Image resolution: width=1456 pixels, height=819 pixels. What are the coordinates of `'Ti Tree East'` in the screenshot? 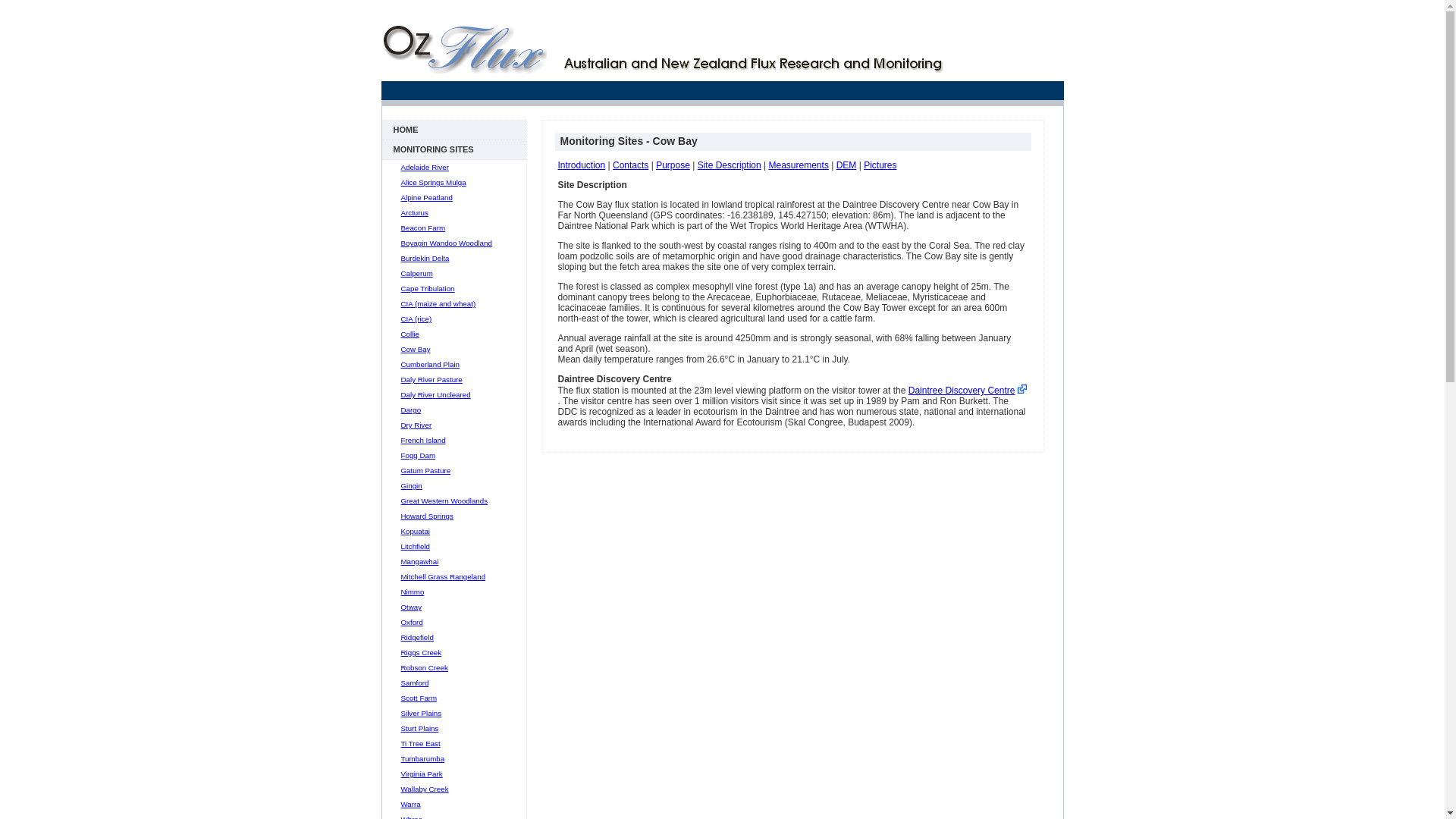 It's located at (419, 742).